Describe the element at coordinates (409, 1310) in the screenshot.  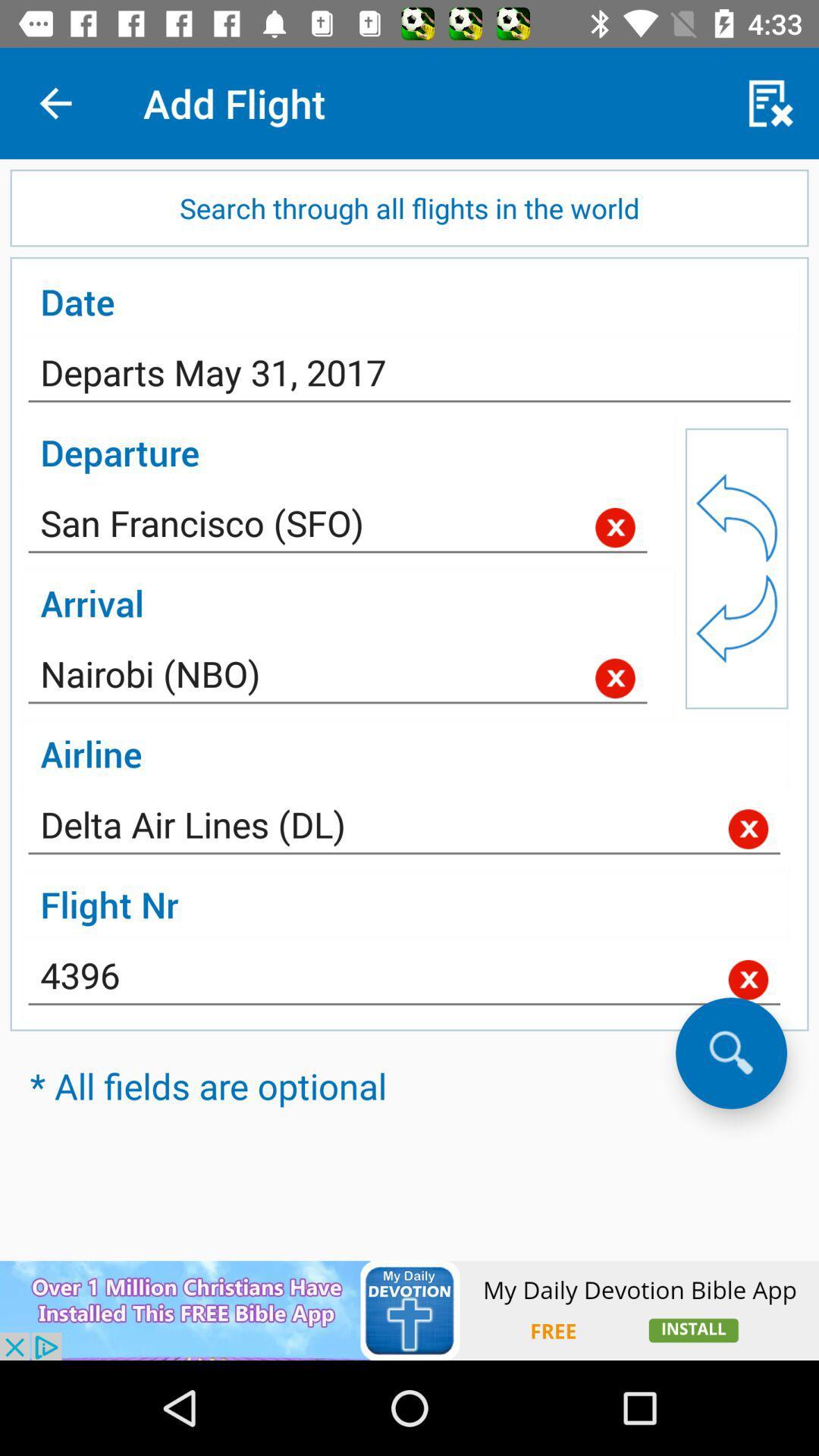
I see `open advertisement` at that location.